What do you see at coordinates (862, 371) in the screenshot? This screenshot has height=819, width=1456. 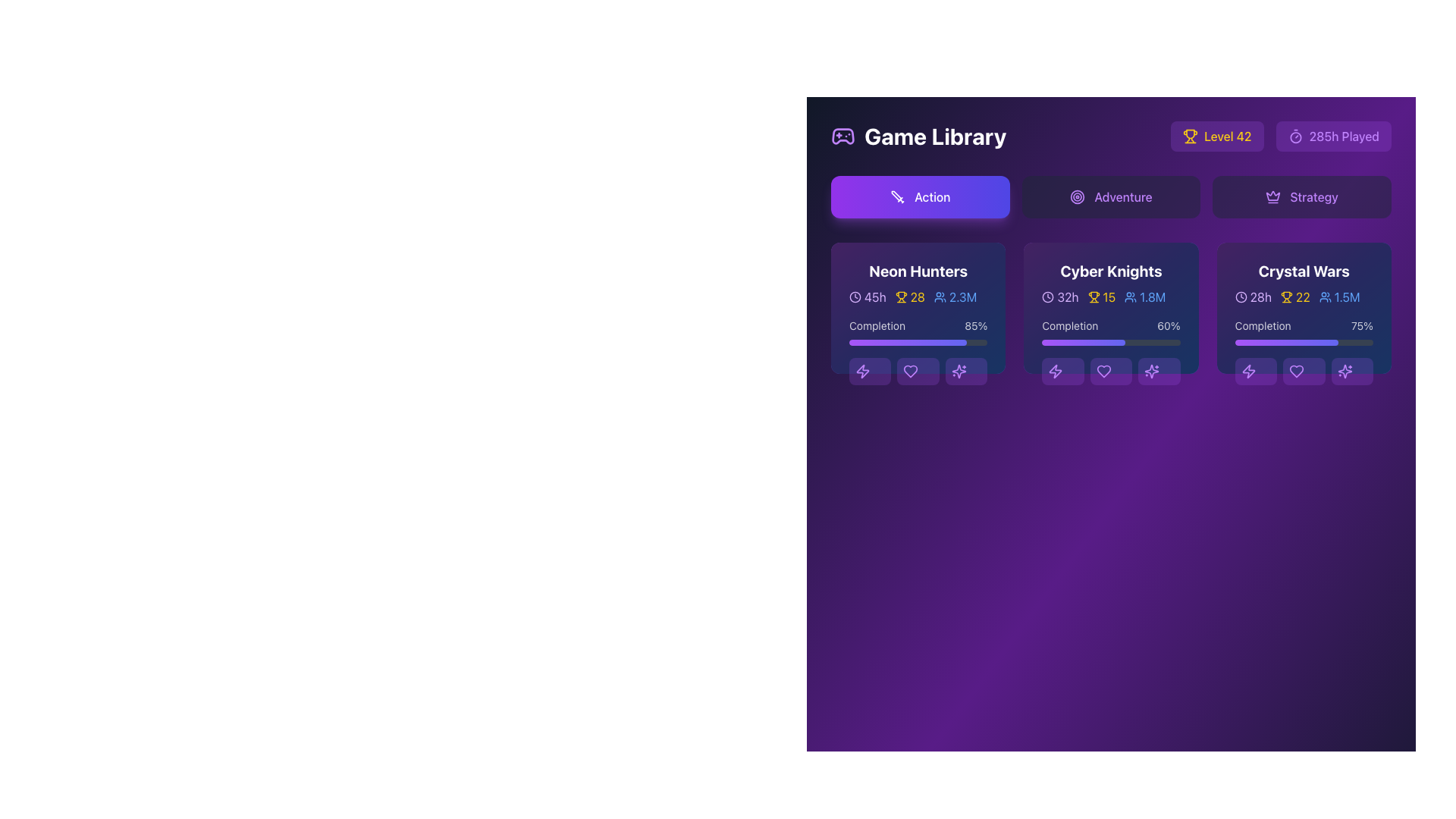 I see `the lightning bolt icon, which is the first icon in the group below the 'Neon Hunters' panel` at bounding box center [862, 371].